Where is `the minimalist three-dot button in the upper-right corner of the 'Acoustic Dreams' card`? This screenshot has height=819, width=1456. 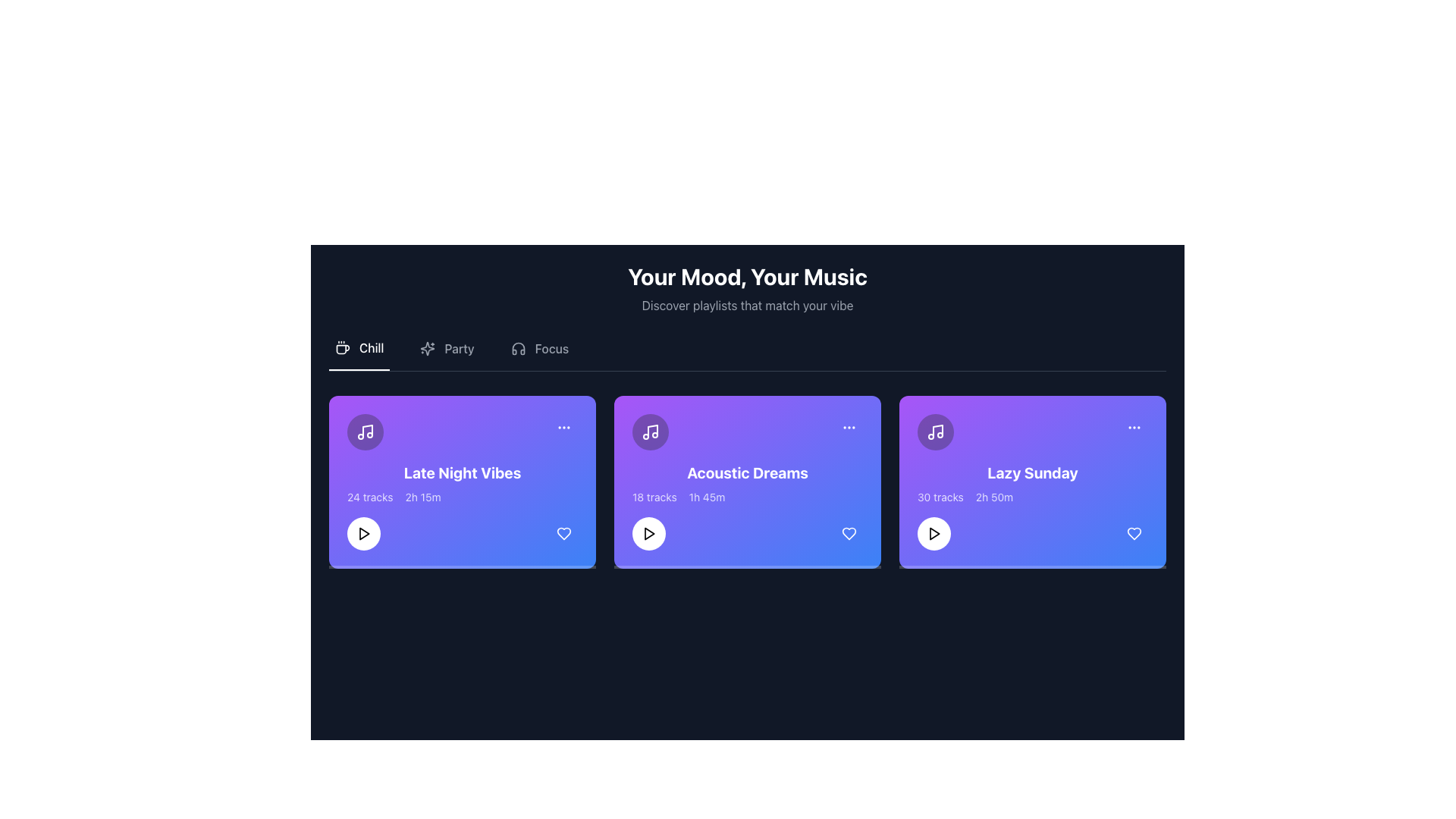 the minimalist three-dot button in the upper-right corner of the 'Acoustic Dreams' card is located at coordinates (848, 427).